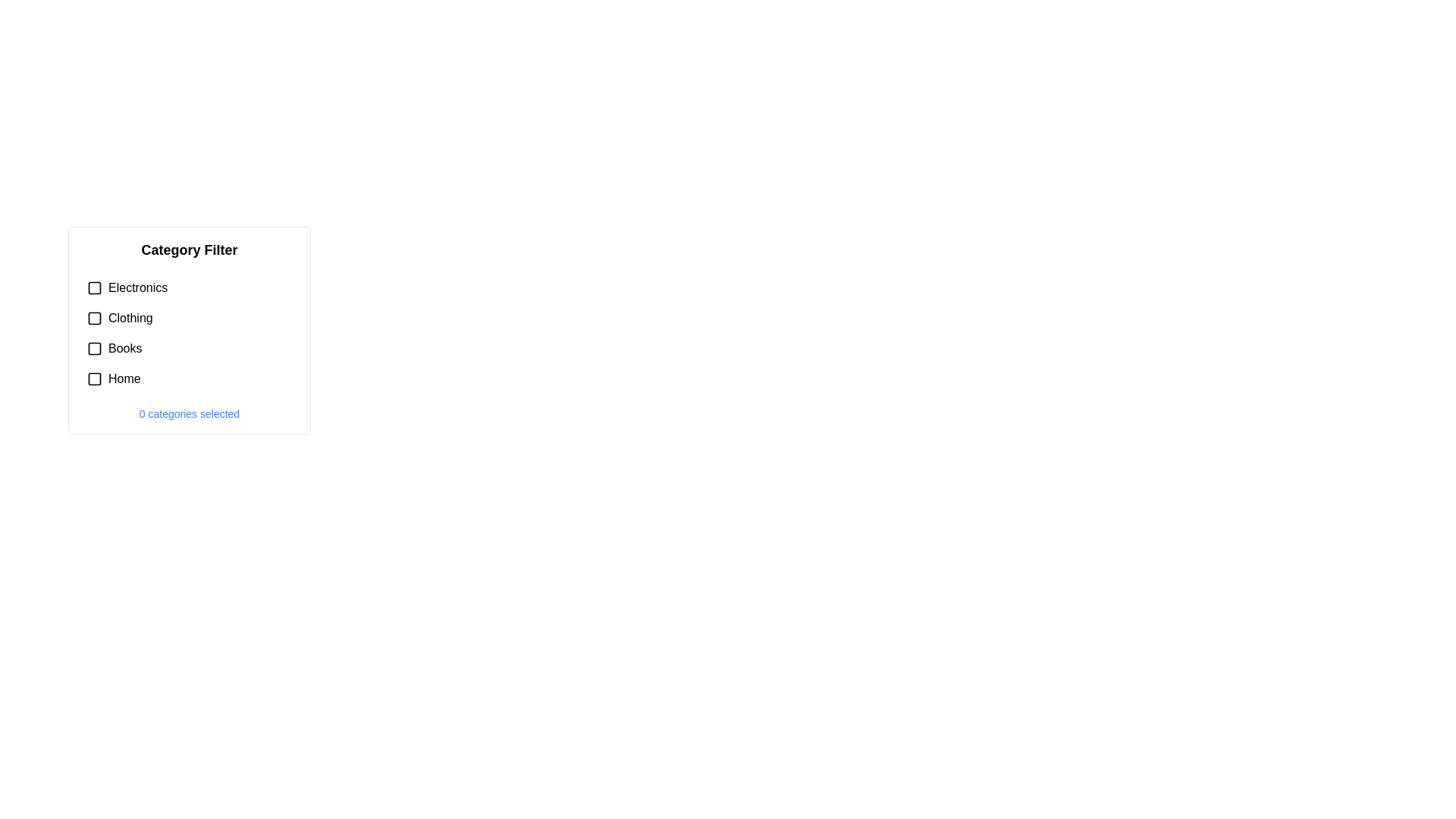  I want to click on the unselected checkbox representing the 'Electronics' category to toggle its selection state, so click(93, 288).